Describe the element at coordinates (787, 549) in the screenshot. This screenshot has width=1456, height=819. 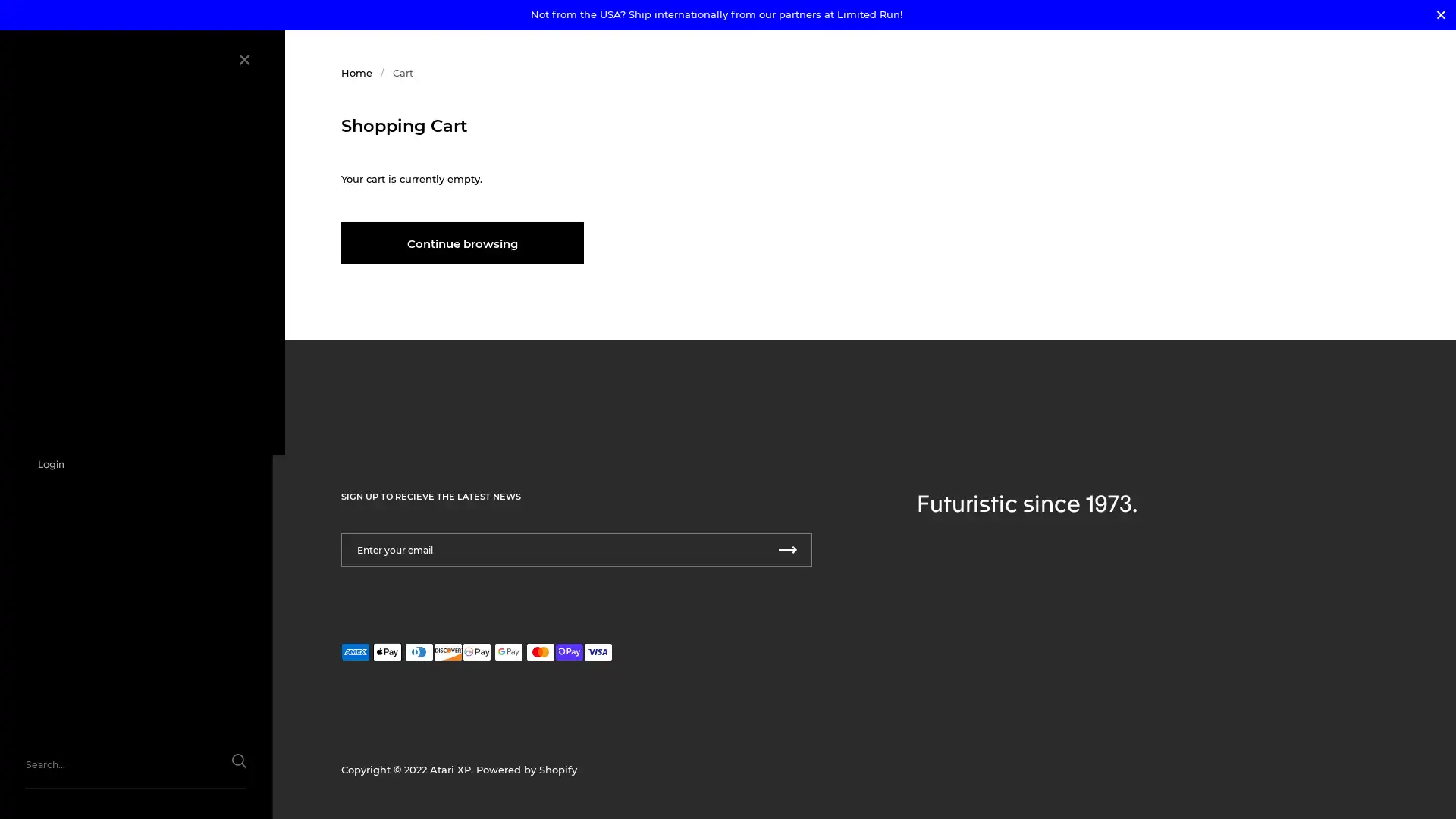
I see `Submit` at that location.